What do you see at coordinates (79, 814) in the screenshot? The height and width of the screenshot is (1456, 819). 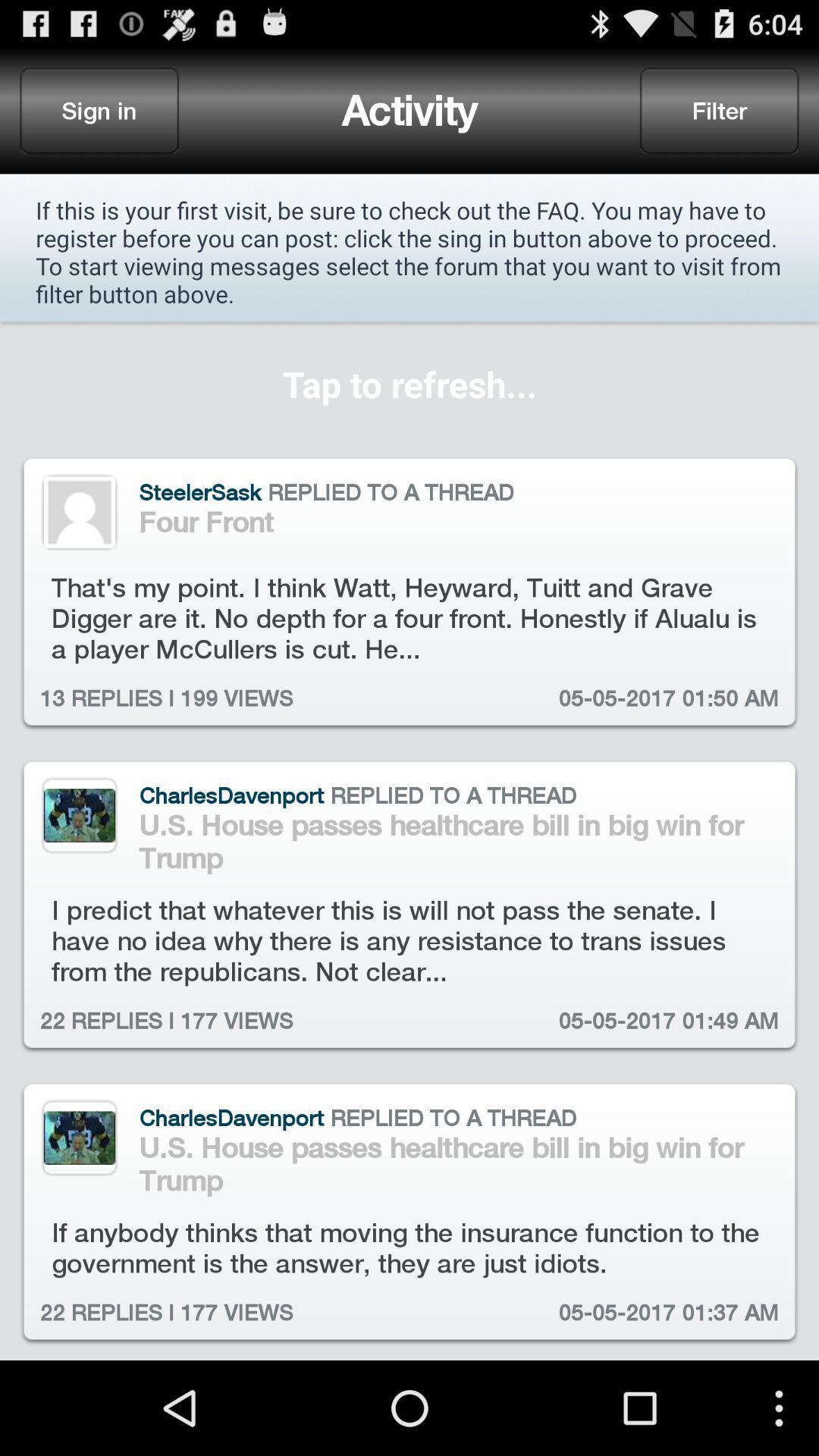 I see `image` at bounding box center [79, 814].